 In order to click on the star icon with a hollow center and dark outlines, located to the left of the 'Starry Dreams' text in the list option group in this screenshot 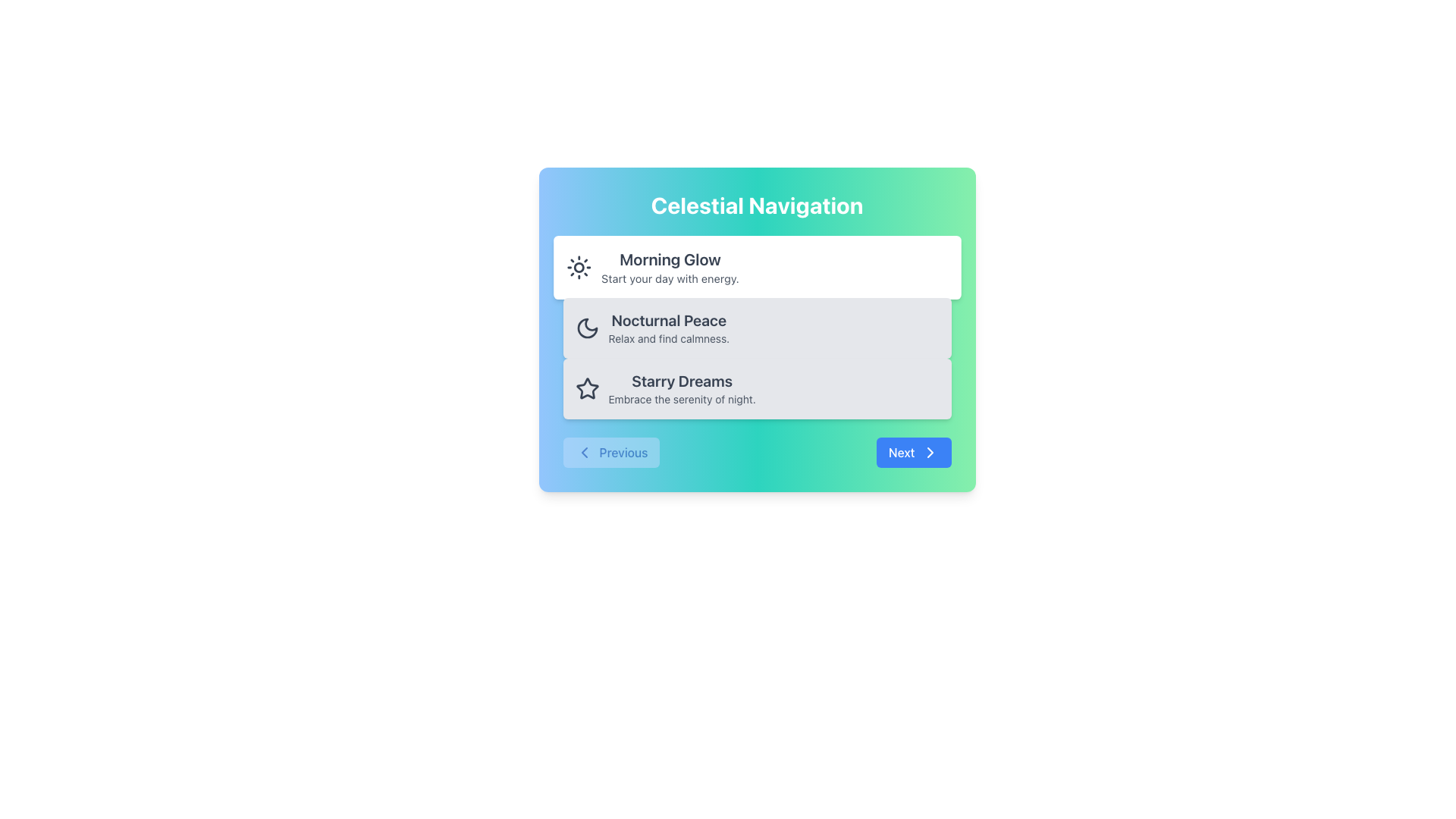, I will do `click(586, 388)`.